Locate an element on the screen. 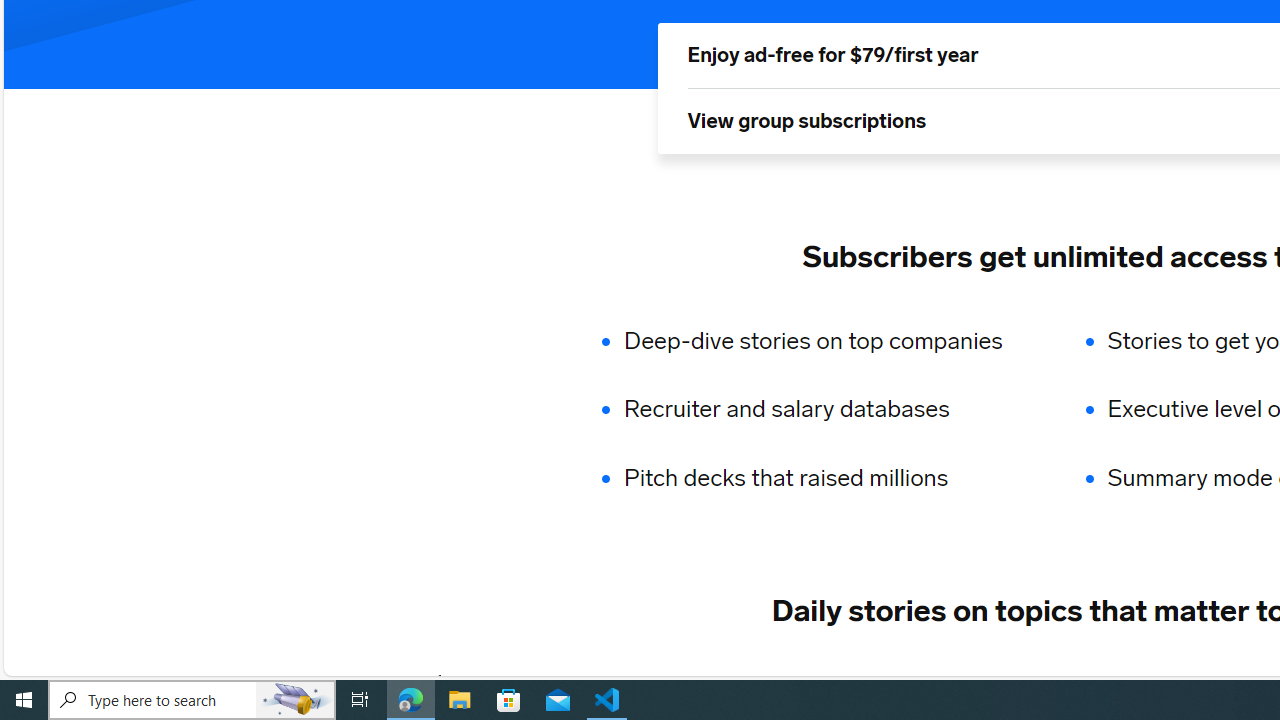 The height and width of the screenshot is (720, 1280). 'Recruiter and salary databases' is located at coordinates (826, 409).